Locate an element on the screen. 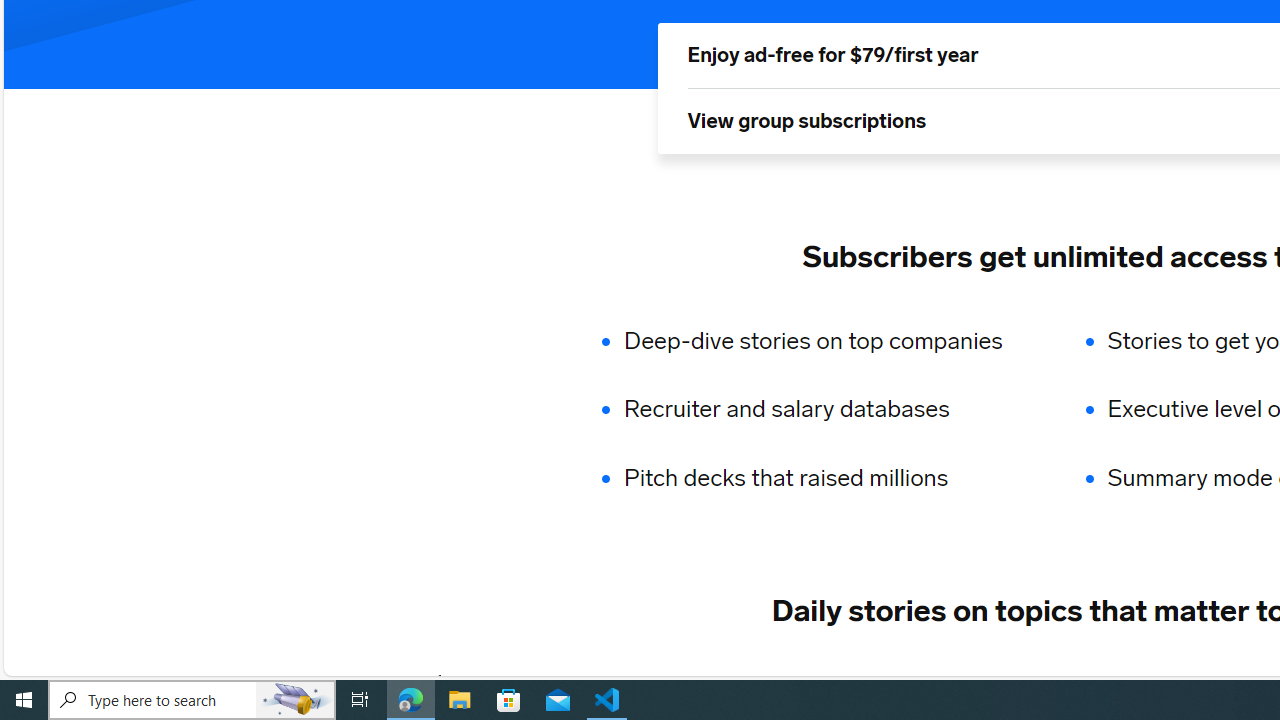 The height and width of the screenshot is (720, 1280). 'Recruiter and salary databases' is located at coordinates (826, 409).